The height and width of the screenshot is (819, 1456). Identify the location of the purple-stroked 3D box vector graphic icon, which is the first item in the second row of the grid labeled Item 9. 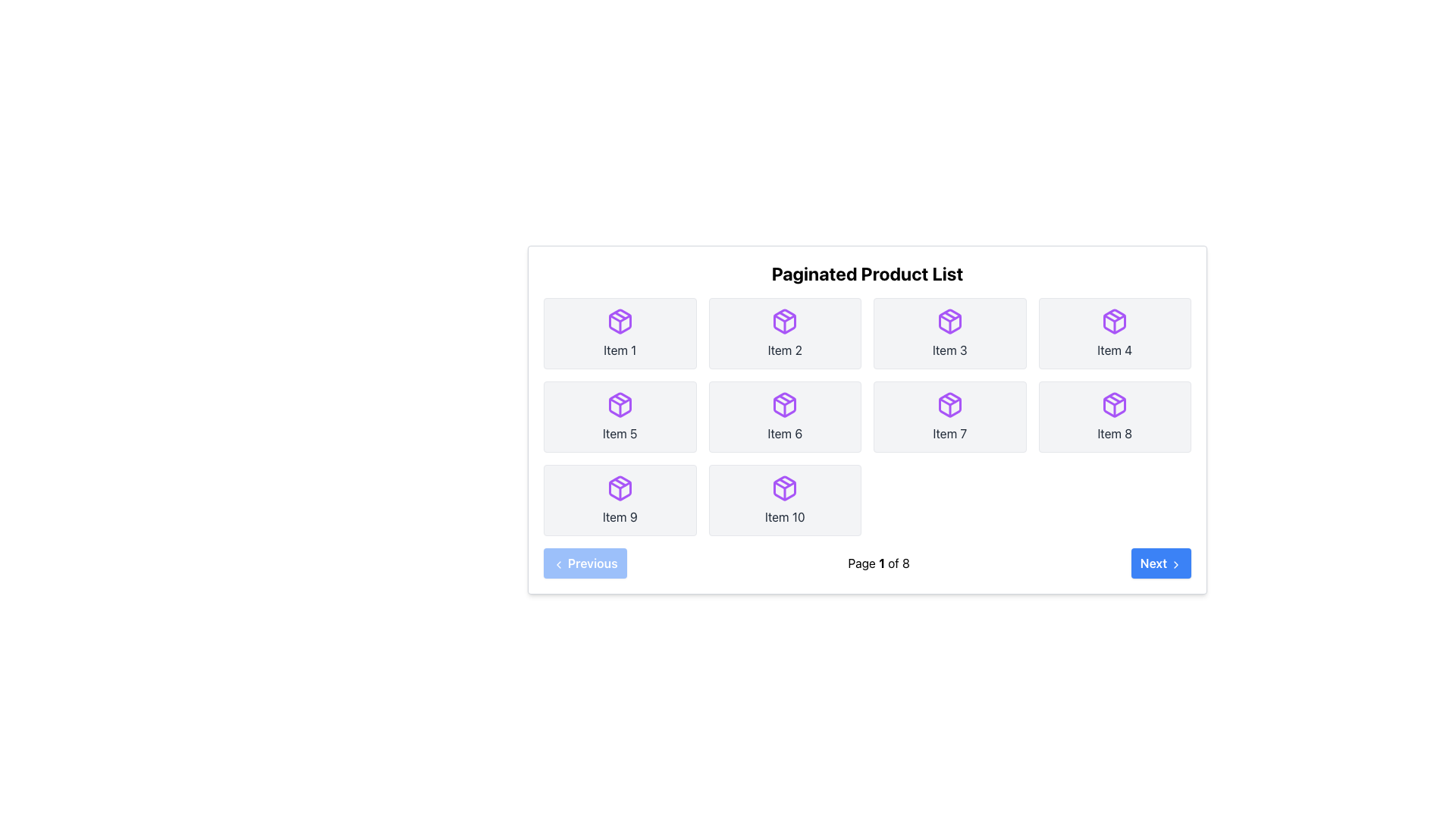
(620, 488).